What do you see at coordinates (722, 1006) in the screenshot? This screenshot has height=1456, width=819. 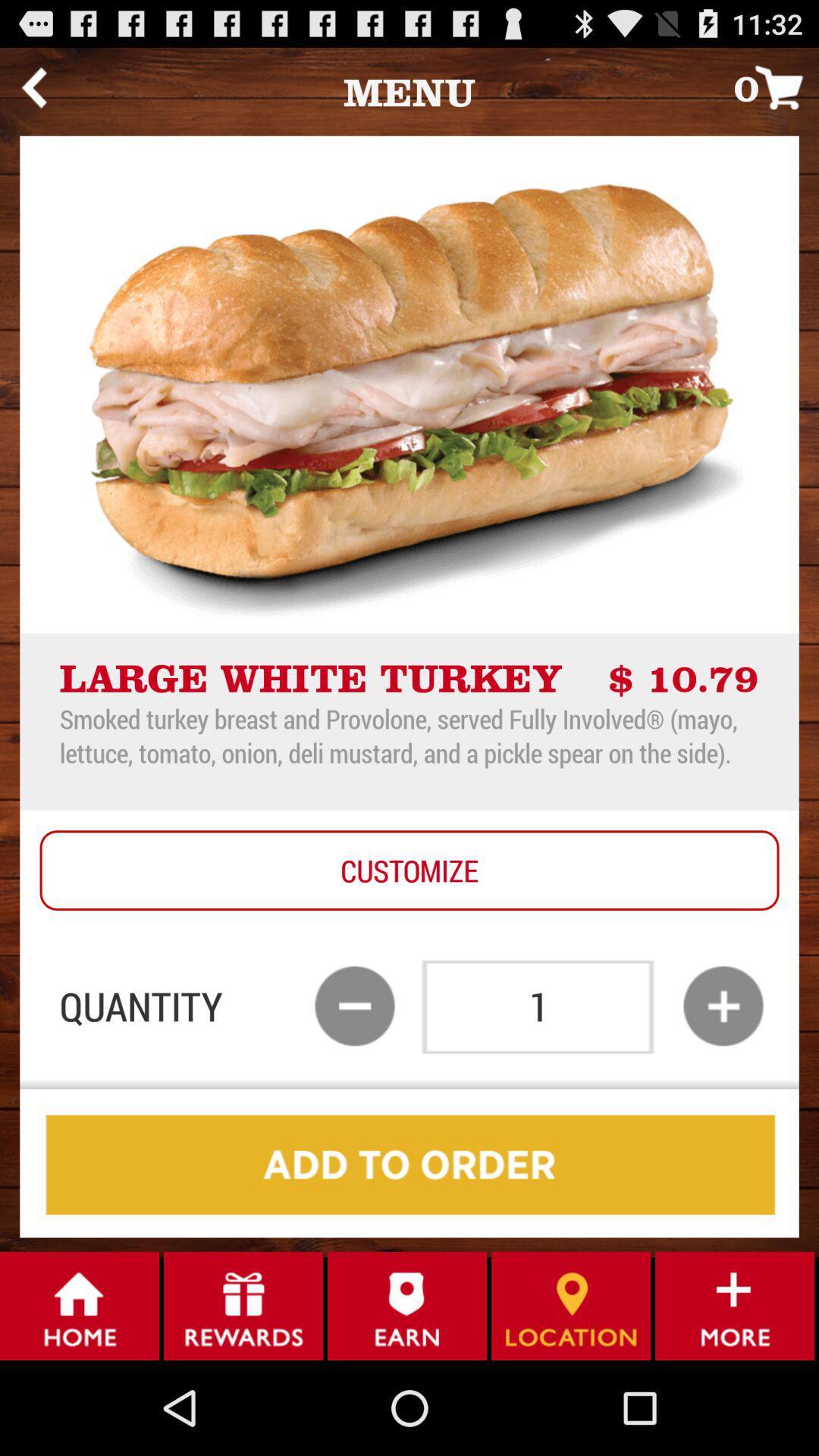 I see `the icon below the customize` at bounding box center [722, 1006].